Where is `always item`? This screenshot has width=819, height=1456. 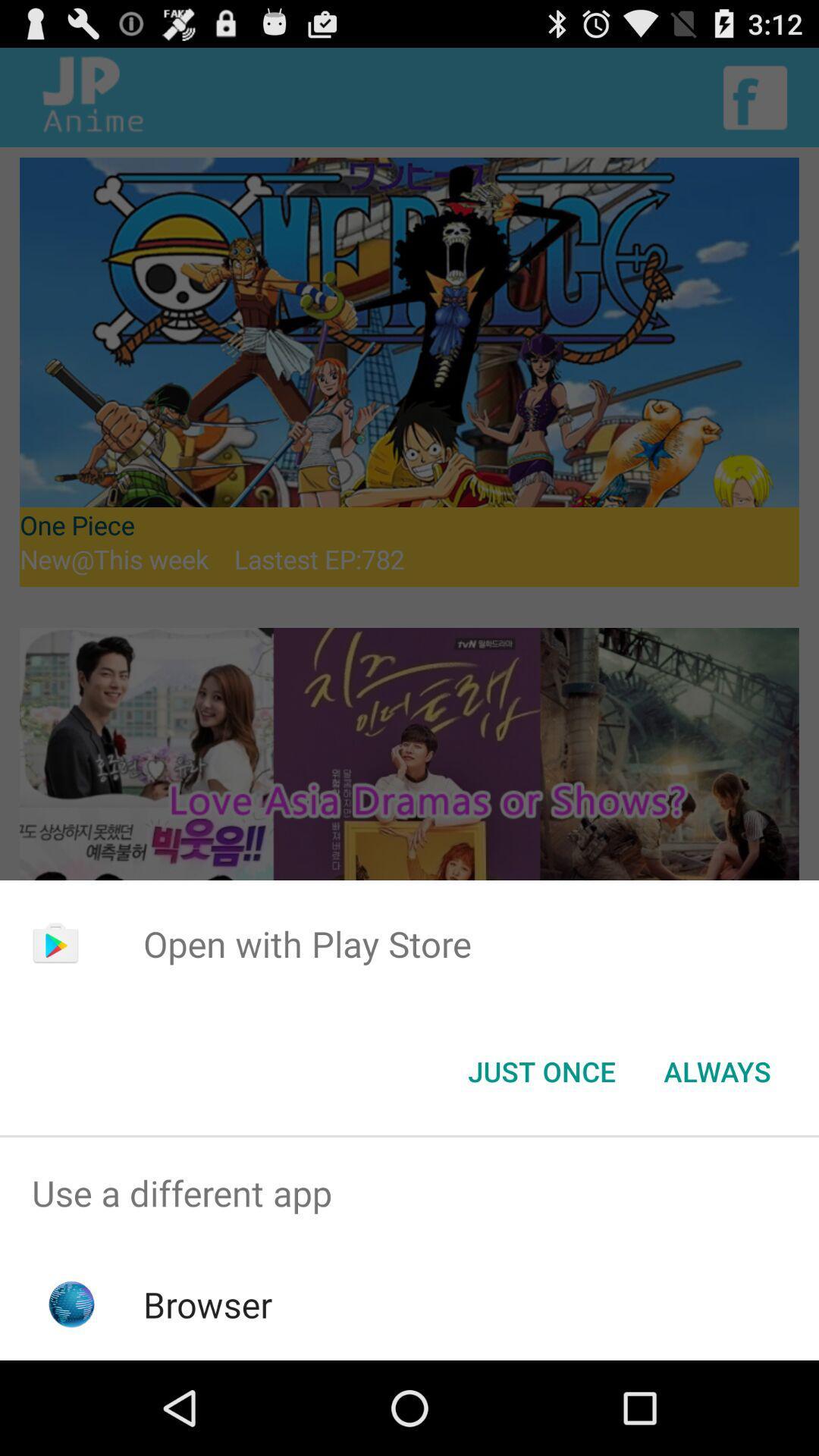
always item is located at coordinates (717, 1070).